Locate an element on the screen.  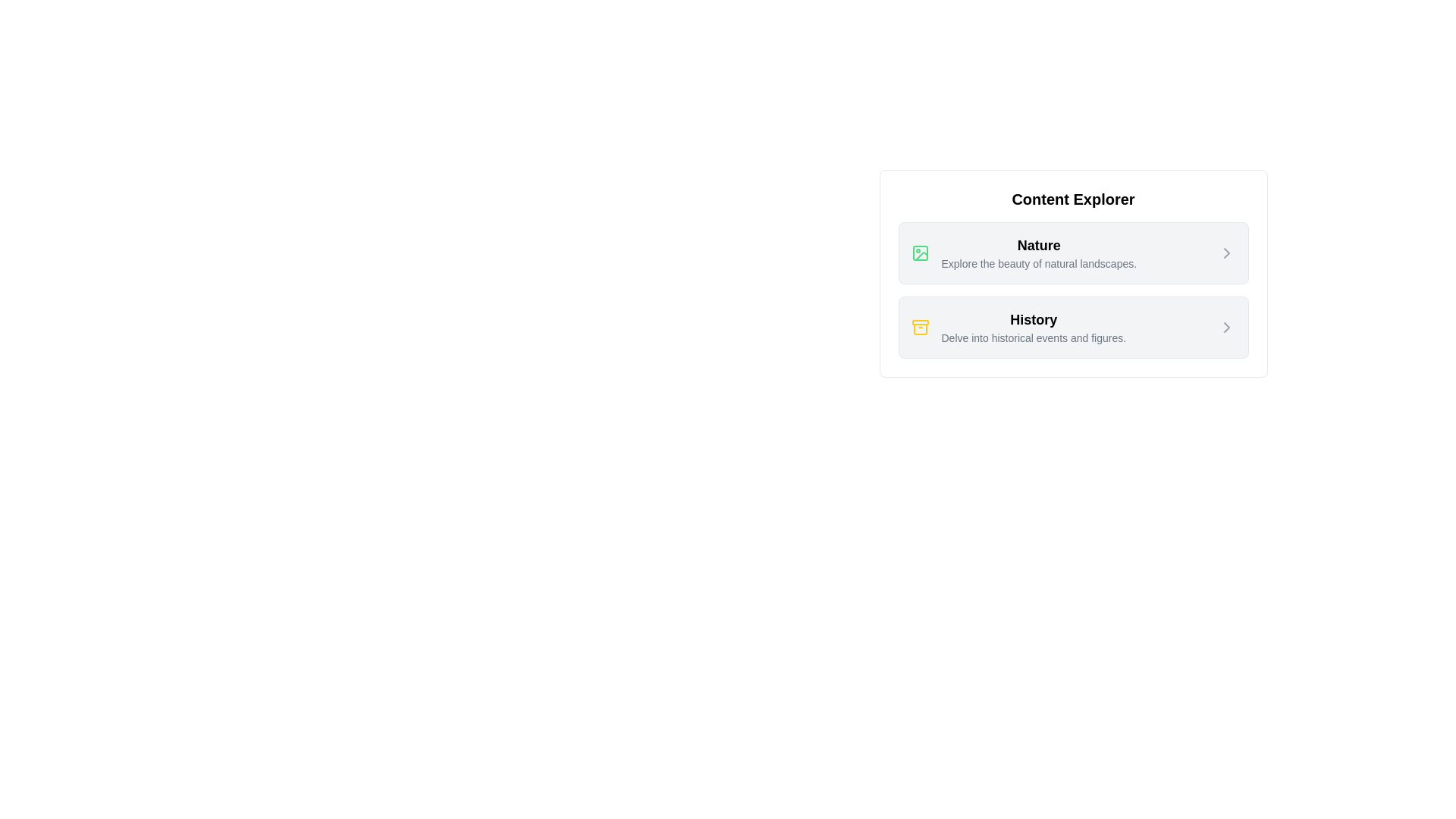
the decorative icon associated with the 'Nature' button in the list of options is located at coordinates (920, 256).